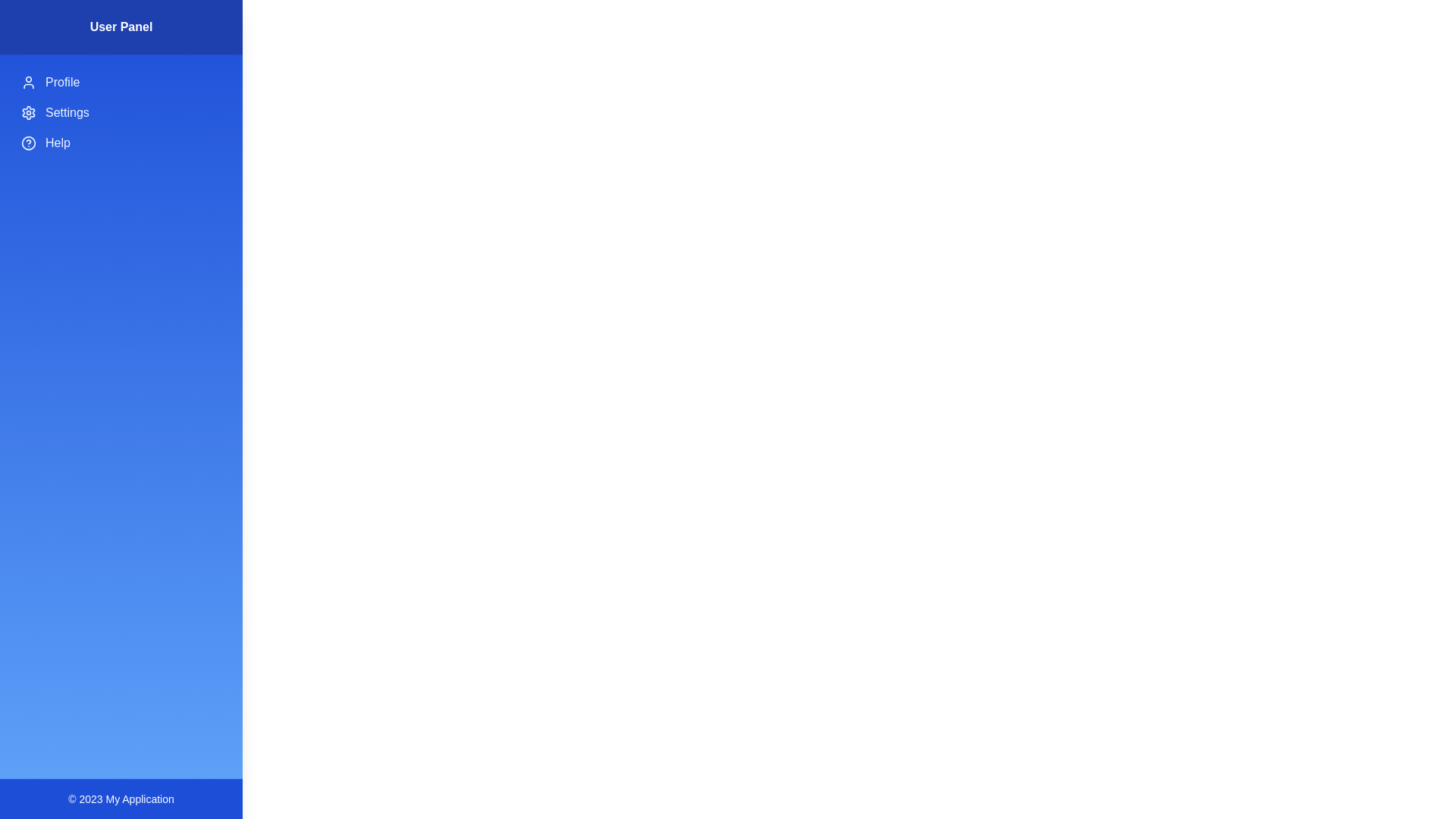 The image size is (1456, 819). I want to click on the 'Help' menu item in the drawer, so click(120, 143).